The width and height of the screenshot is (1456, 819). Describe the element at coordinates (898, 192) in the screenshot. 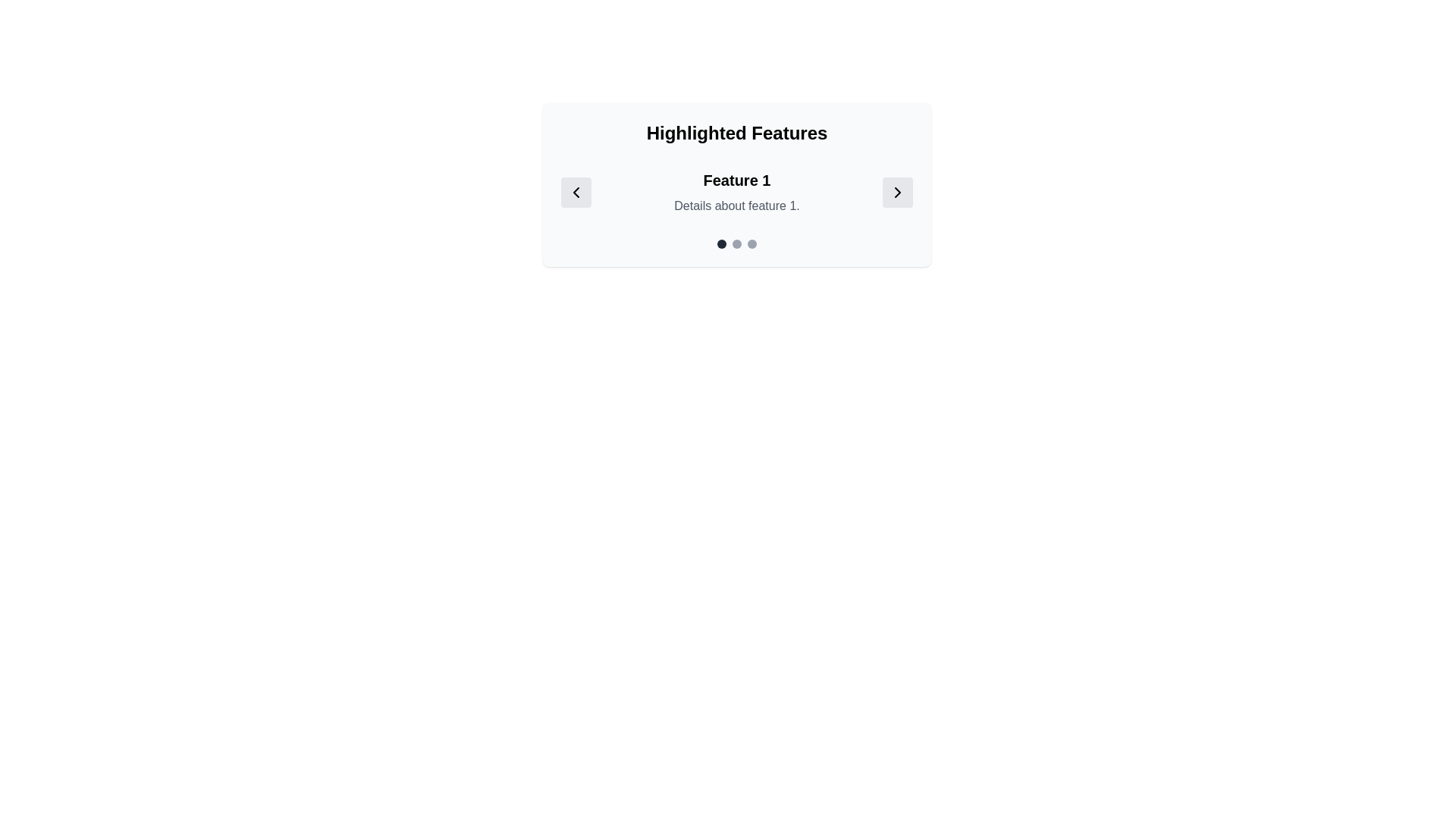

I see `the rightward navigation button icon, which is located at the right end of the carousel interface, to observe any interactive visual effects` at that location.